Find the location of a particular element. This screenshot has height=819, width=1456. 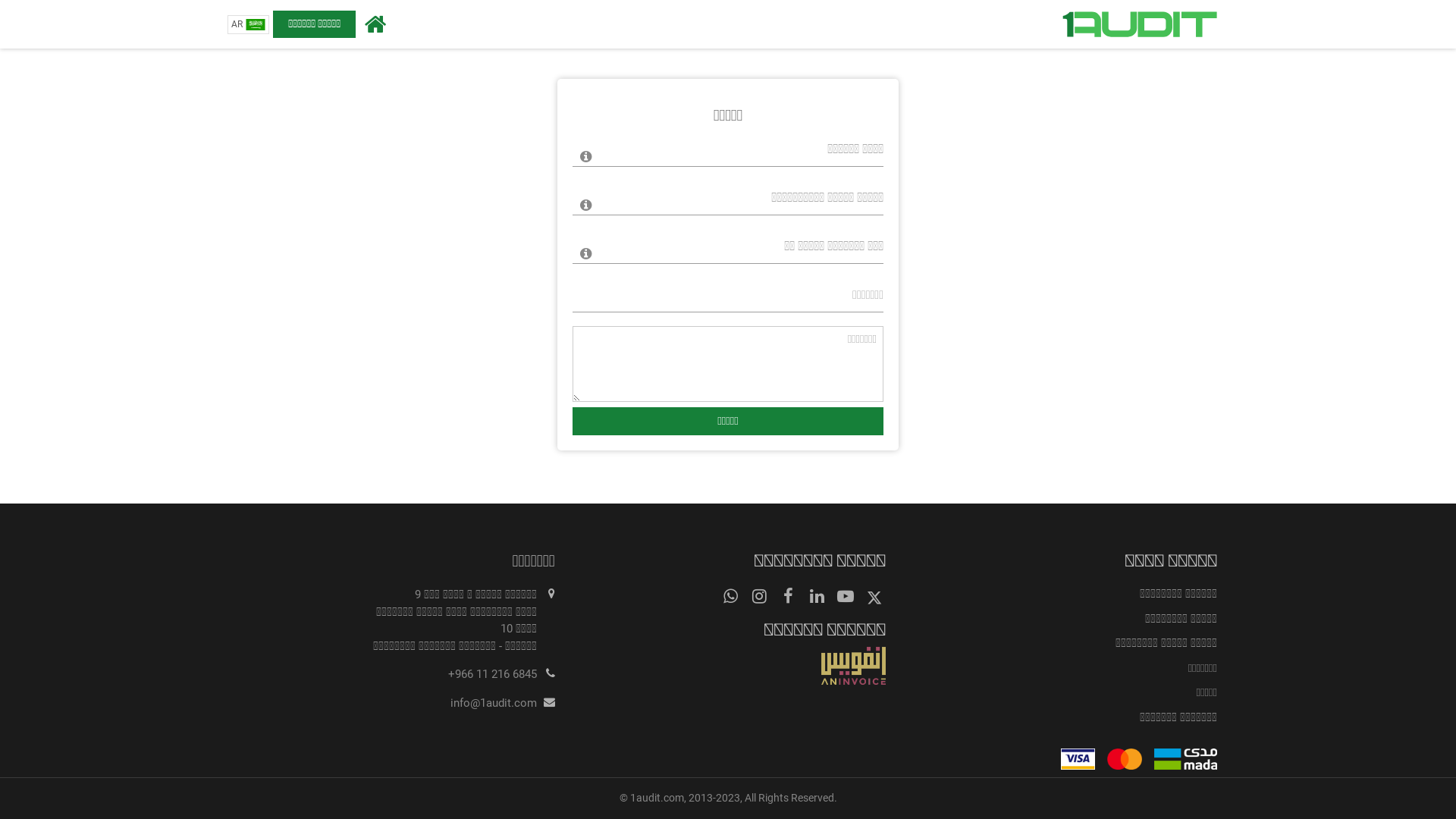

'aninvoice.com' is located at coordinates (728, 665).